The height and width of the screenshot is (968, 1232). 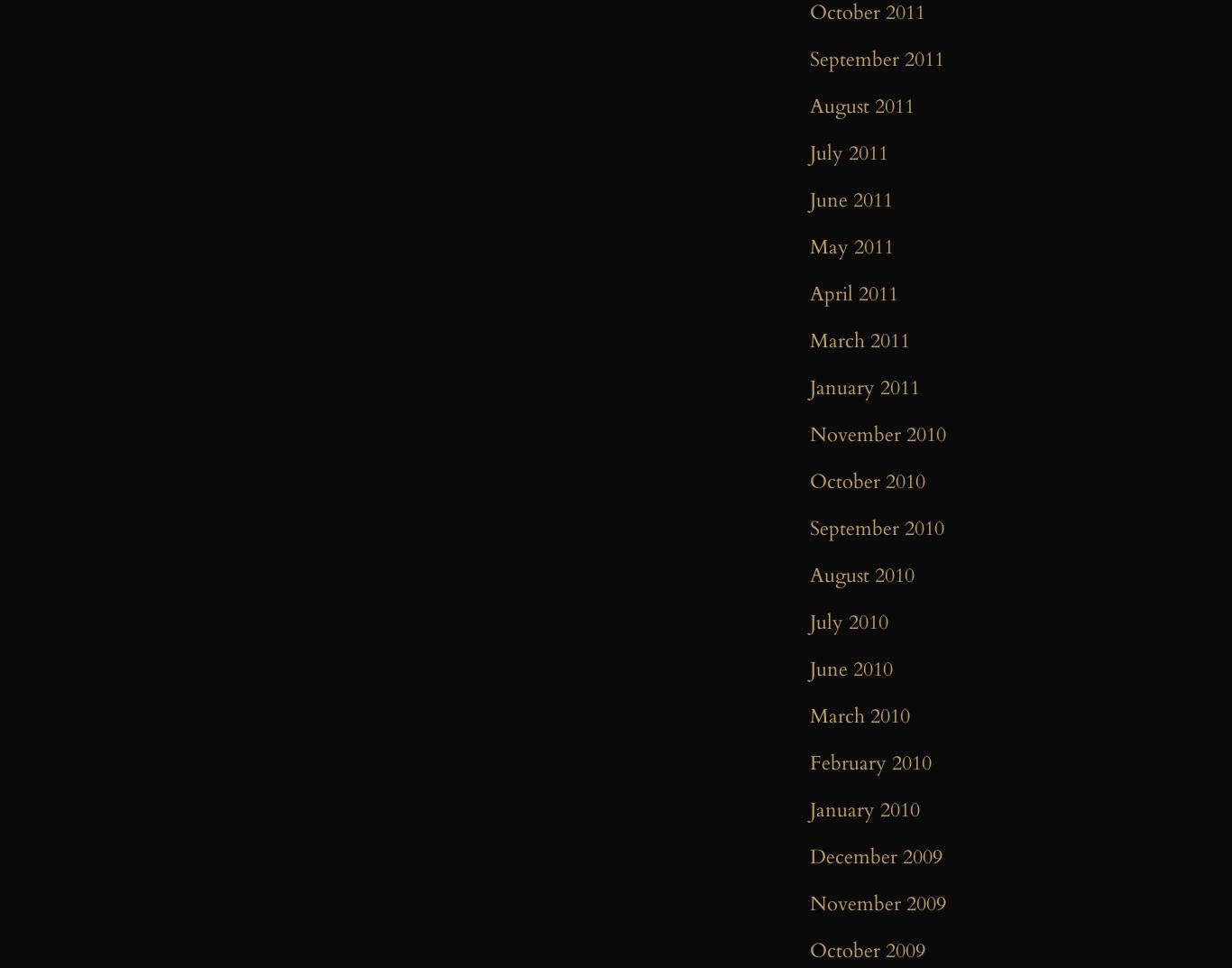 I want to click on 'July 2010', so click(x=849, y=622).